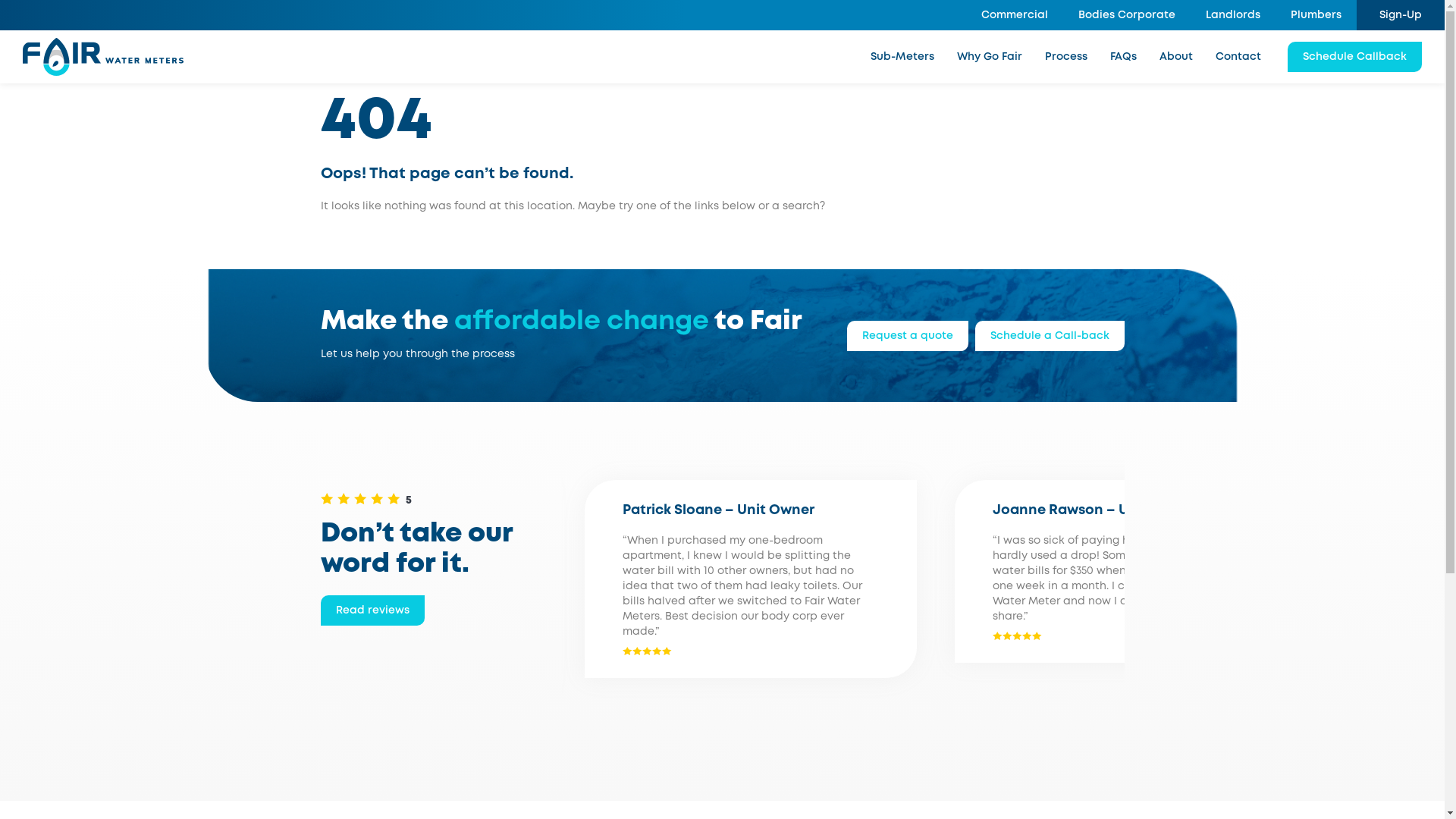  Describe the element at coordinates (1049, 334) in the screenshot. I see `'Schedule a Call-back'` at that location.